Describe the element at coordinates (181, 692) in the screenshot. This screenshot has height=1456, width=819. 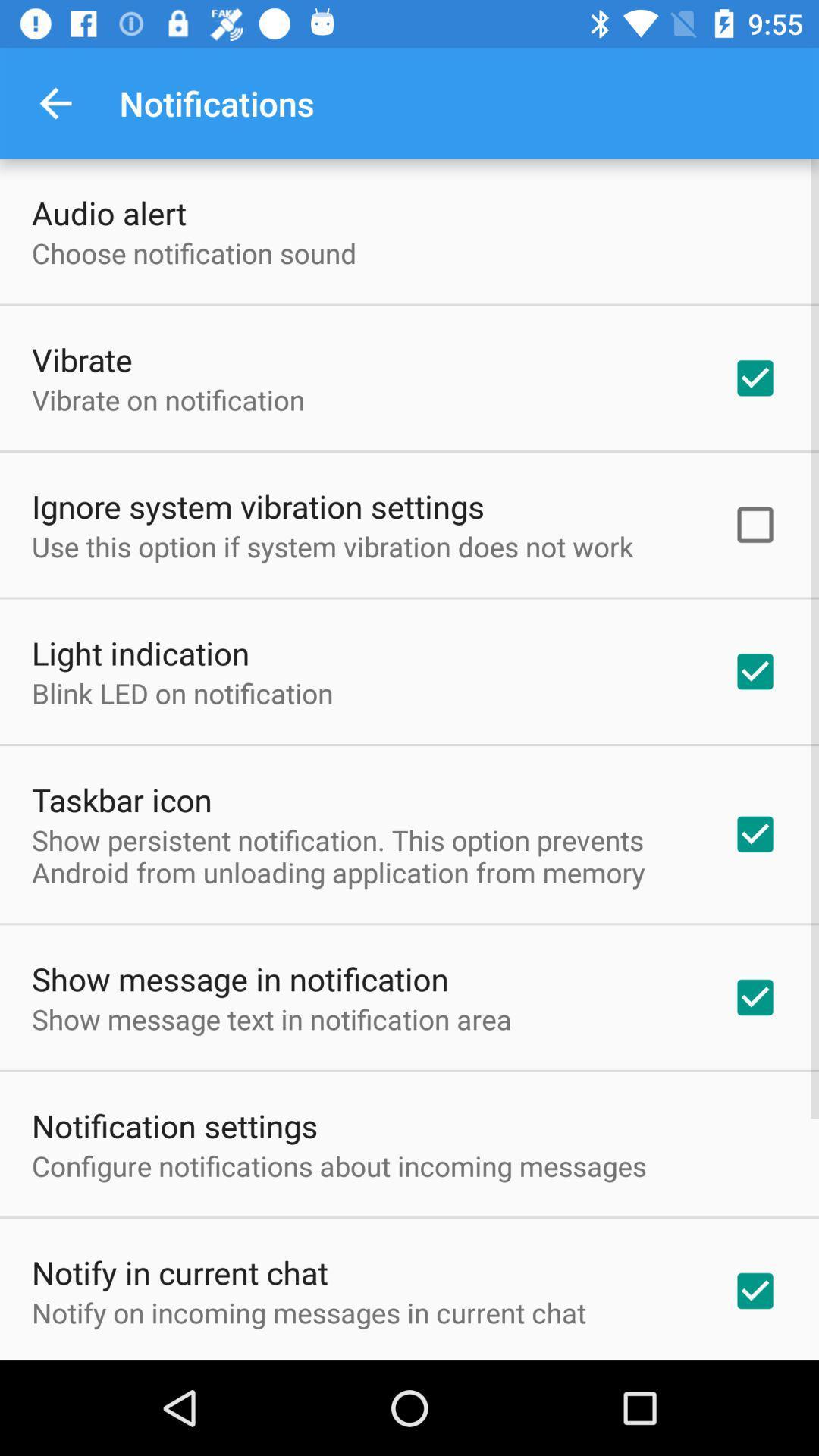
I see `the icon above the taskbar icon icon` at that location.